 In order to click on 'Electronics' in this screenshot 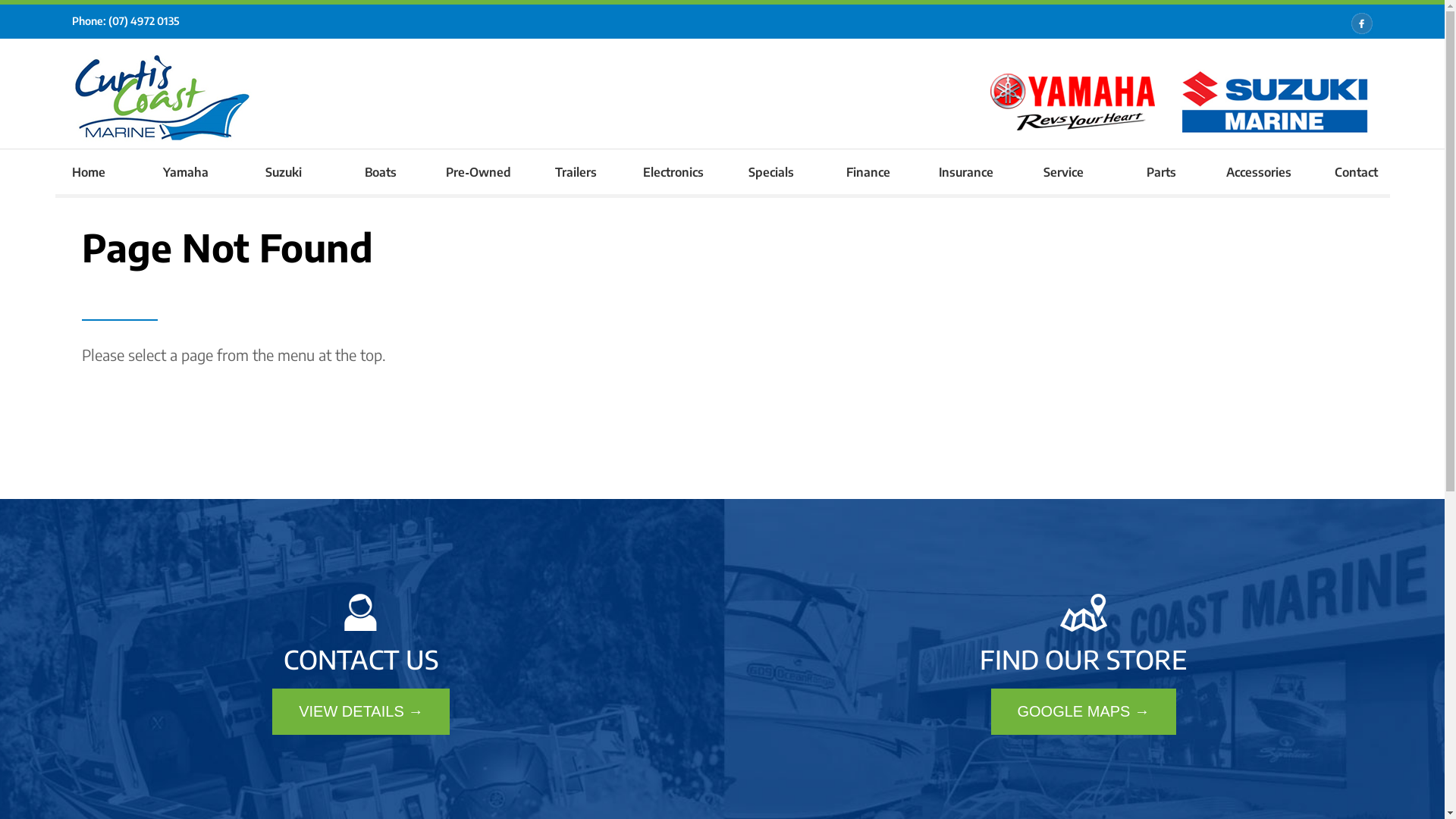, I will do `click(673, 171)`.